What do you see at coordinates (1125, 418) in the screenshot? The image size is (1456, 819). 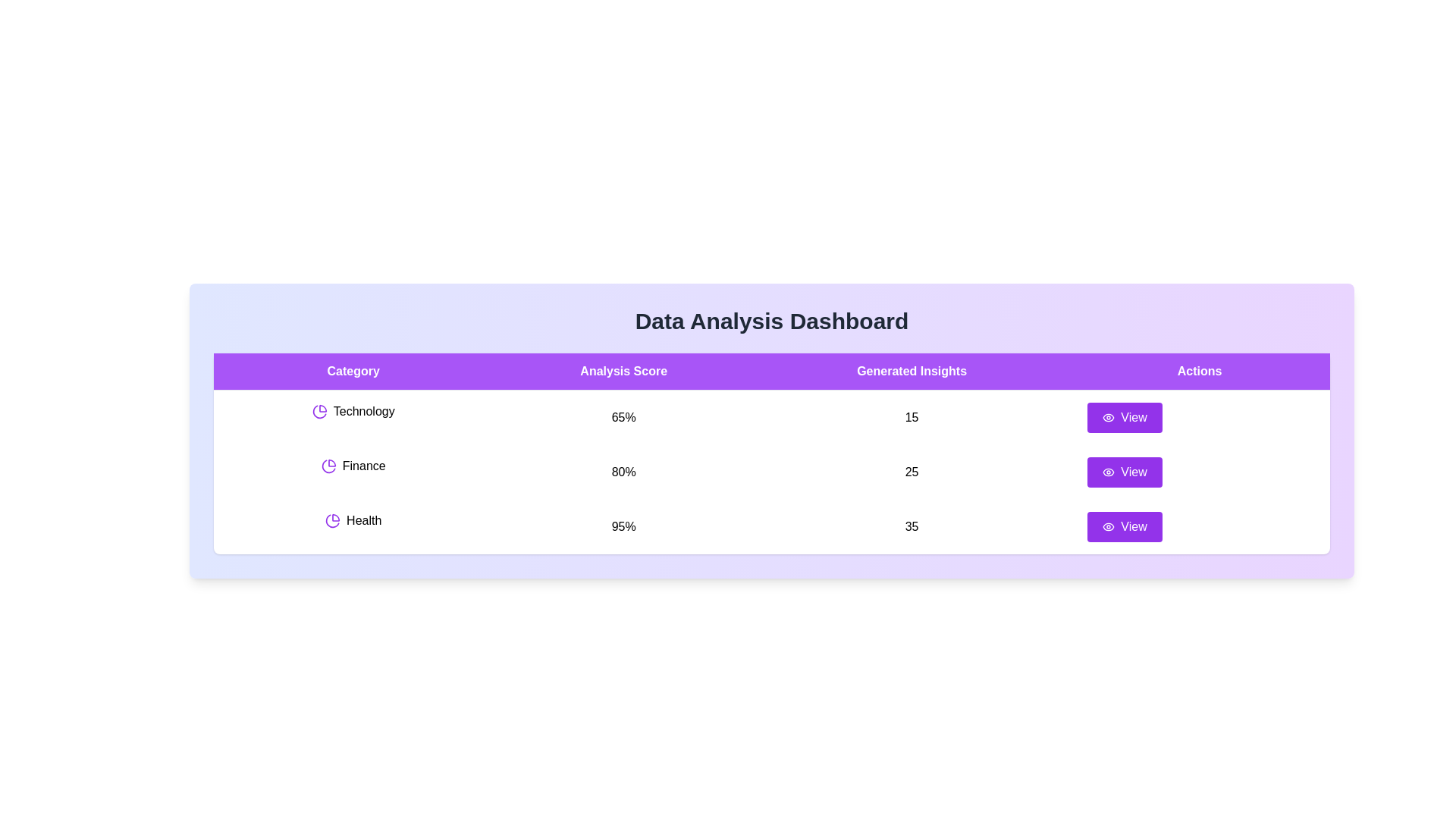 I see `'View' button for the row corresponding to Technology` at bounding box center [1125, 418].